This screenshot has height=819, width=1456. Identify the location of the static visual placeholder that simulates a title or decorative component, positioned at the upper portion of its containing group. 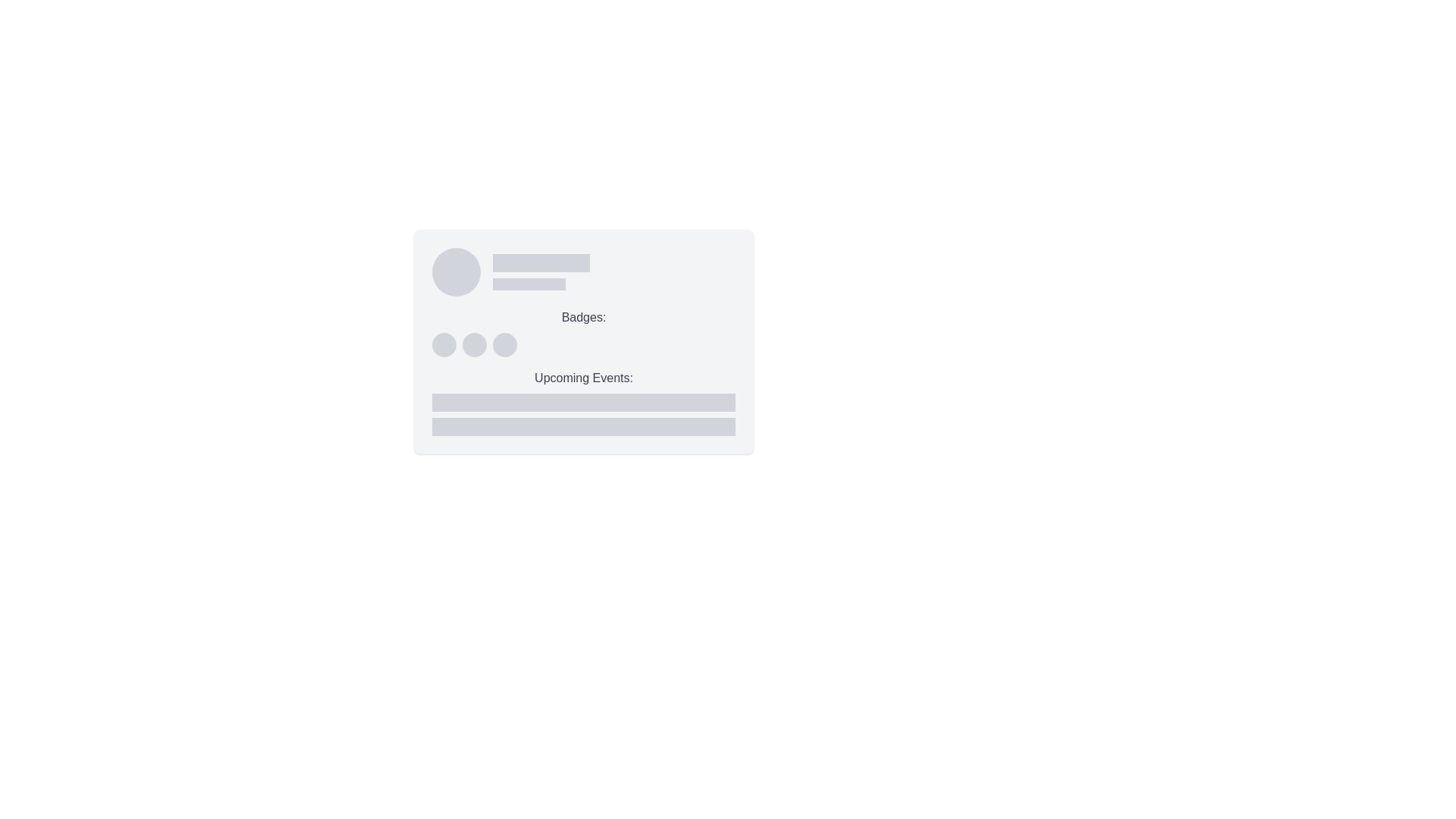
(541, 262).